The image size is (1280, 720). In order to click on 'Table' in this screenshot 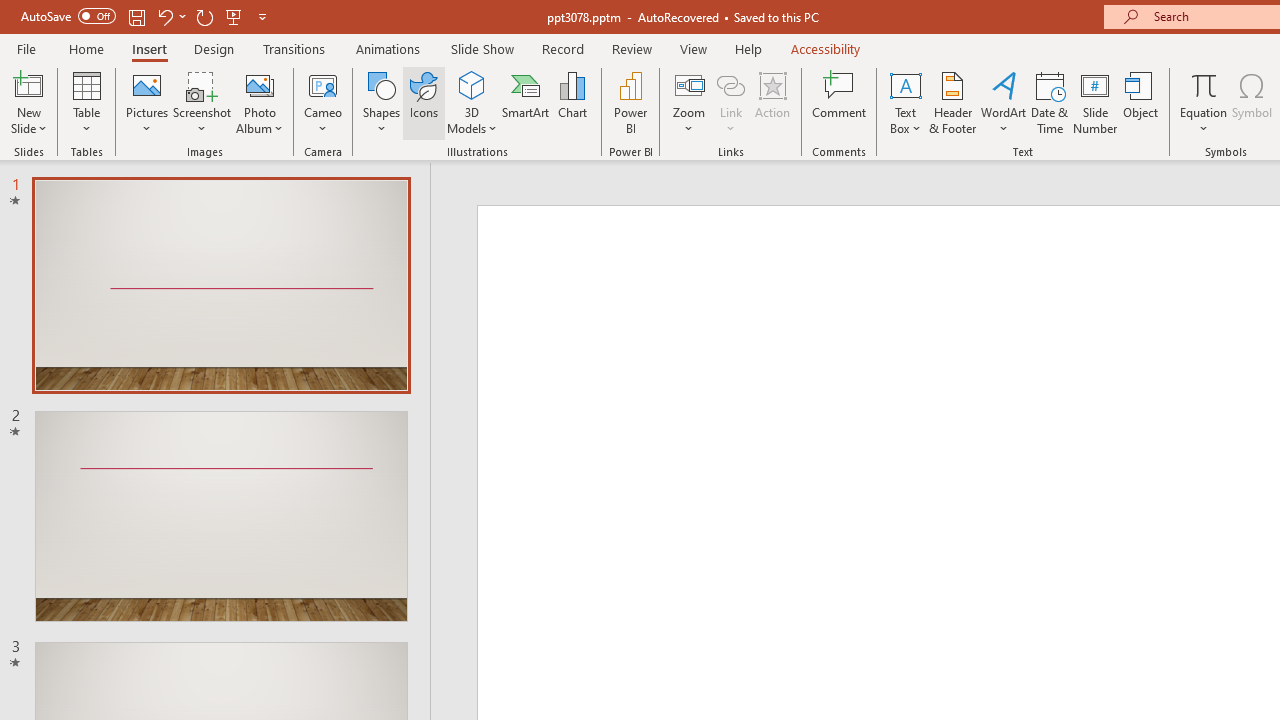, I will do `click(86, 103)`.